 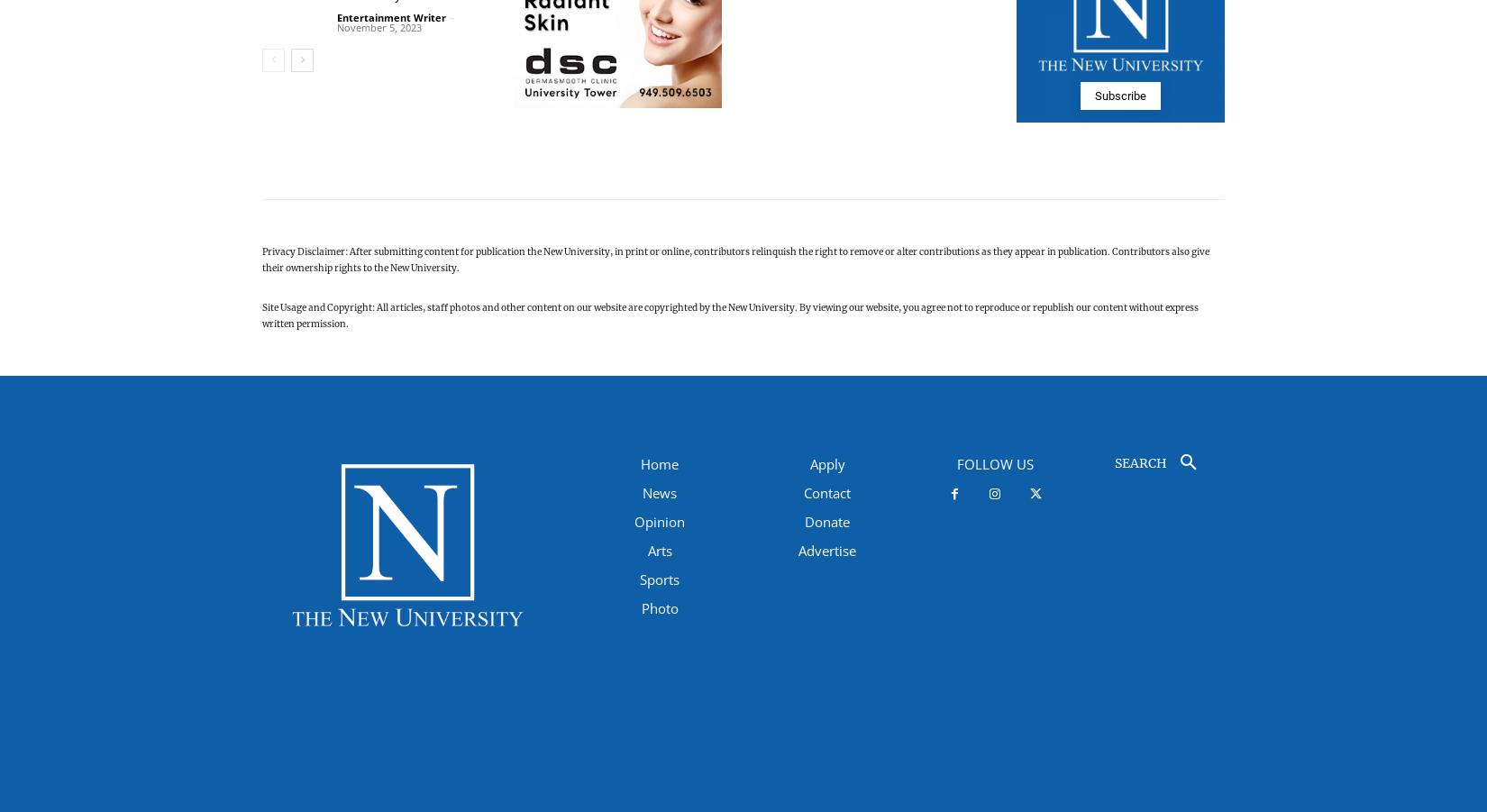 What do you see at coordinates (729, 315) in the screenshot?
I see `'Site Usage and Copyright: All articles, staff photos and other content on our website are copyrighted by the New University. By viewing our website, you agree not to reproduce or republish our content without express written permission.'` at bounding box center [729, 315].